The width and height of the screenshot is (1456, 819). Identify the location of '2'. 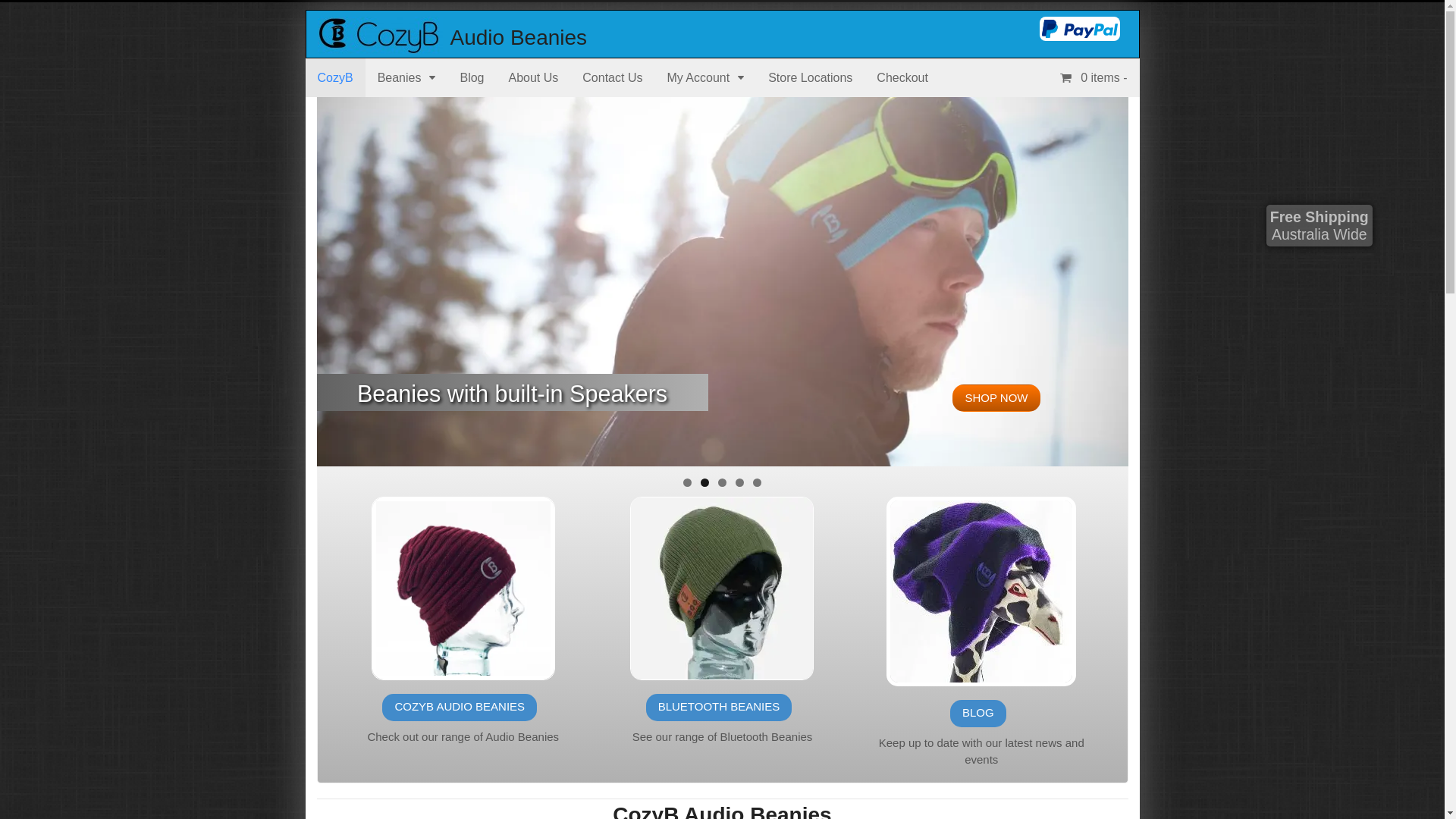
(700, 482).